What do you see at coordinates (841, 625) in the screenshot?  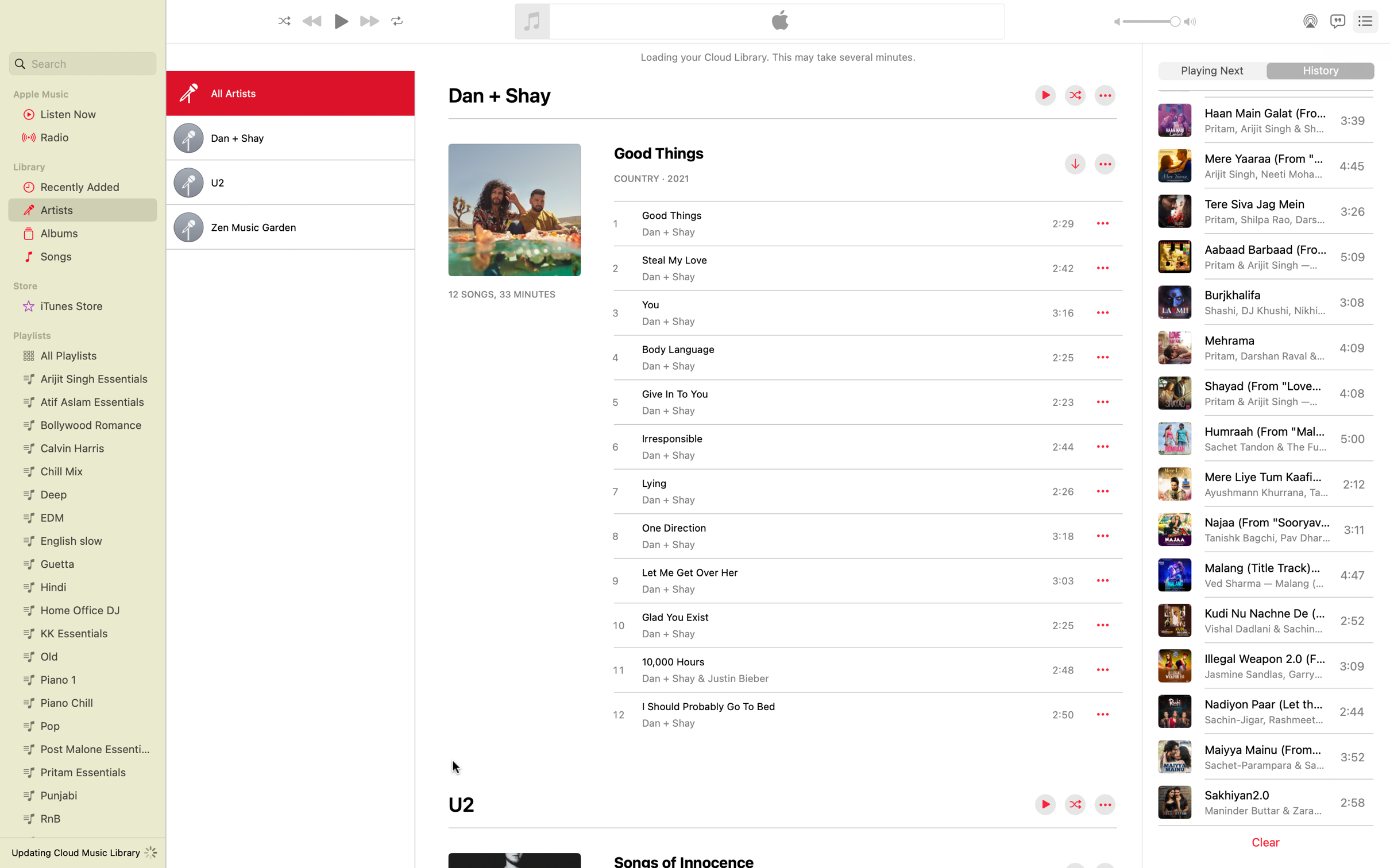 I see `Download the current` at bounding box center [841, 625].